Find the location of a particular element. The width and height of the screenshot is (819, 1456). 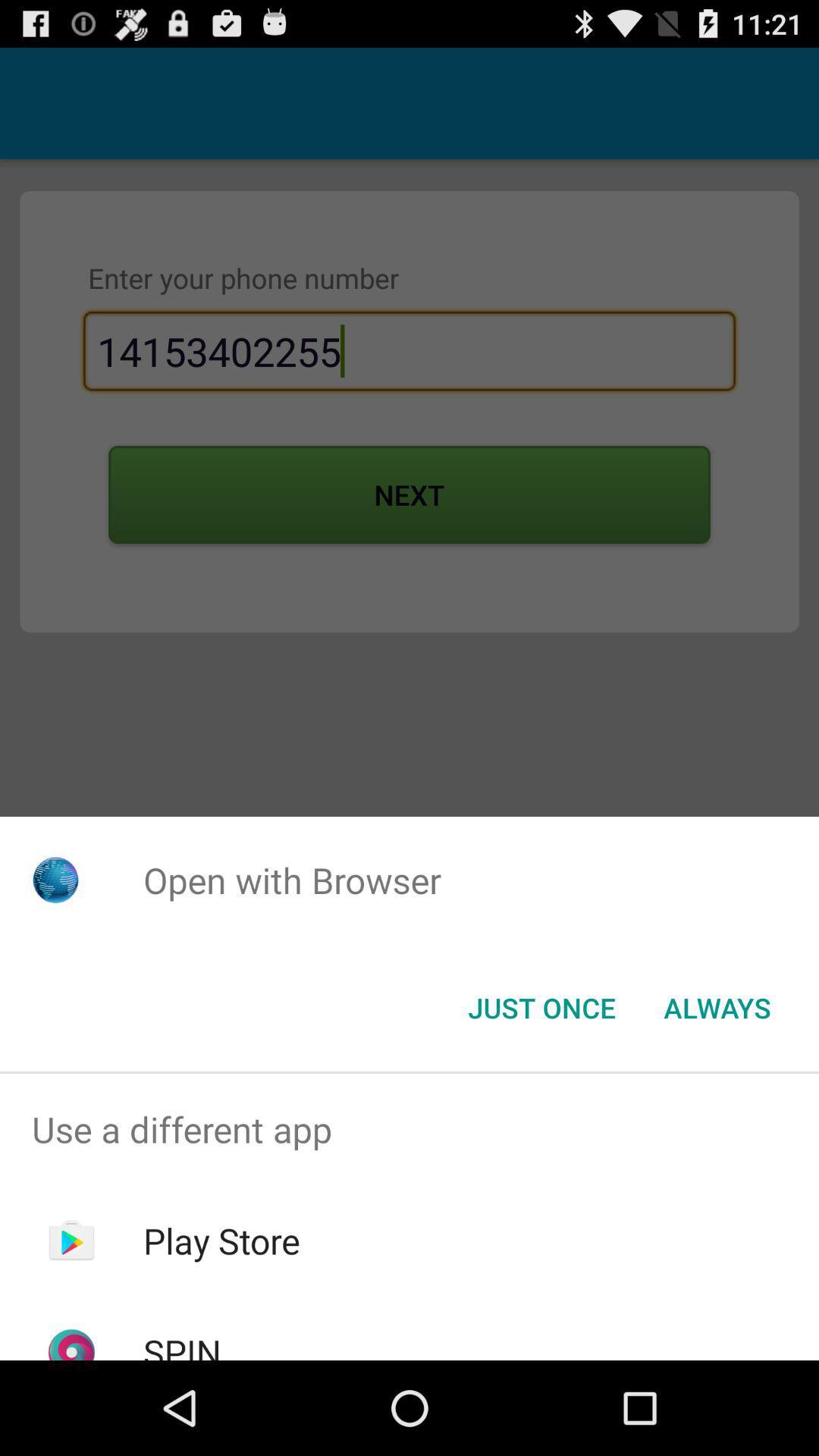

the app below use a different item is located at coordinates (221, 1241).